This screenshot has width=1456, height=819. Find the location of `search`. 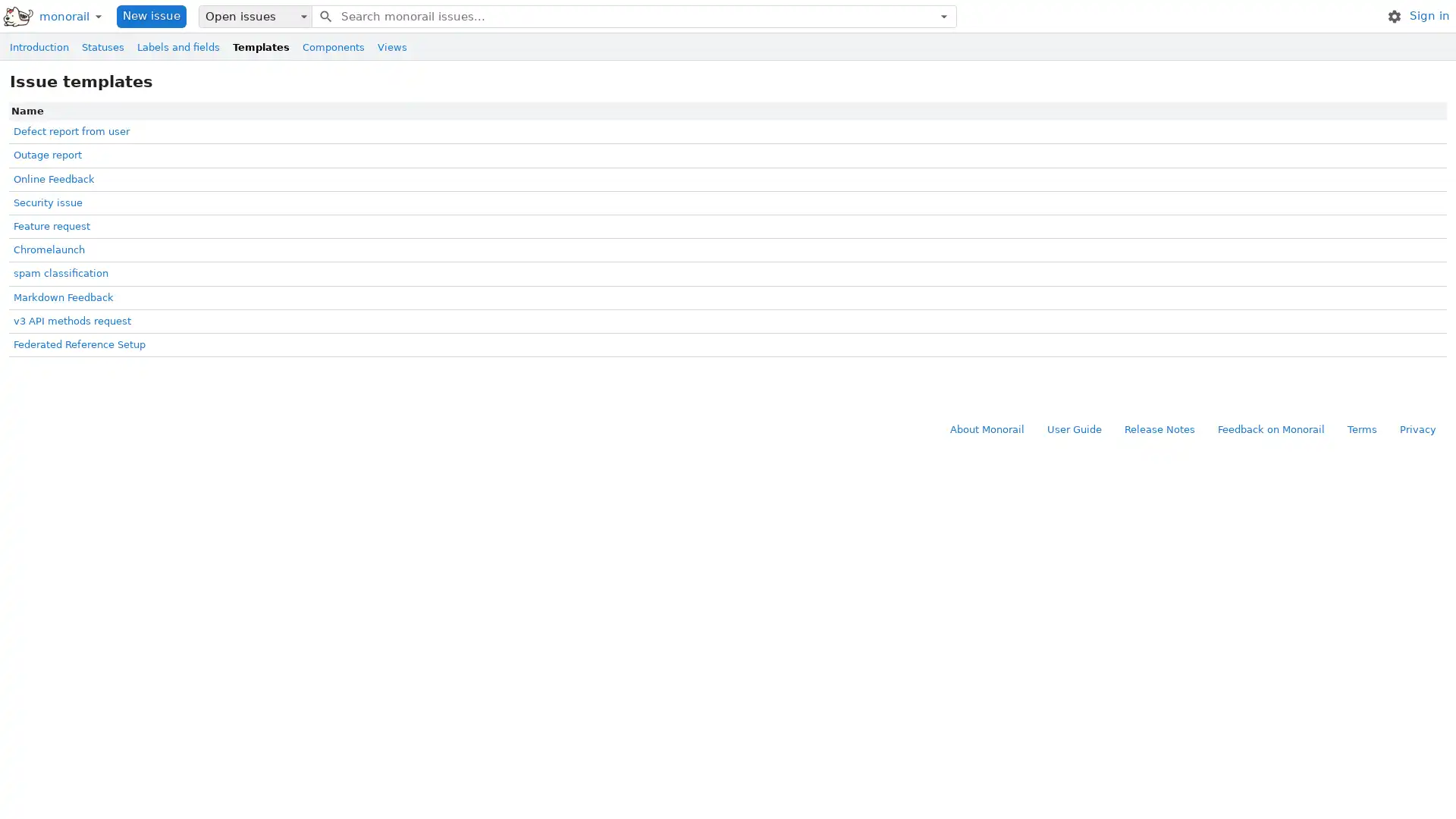

search is located at coordinates (324, 15).